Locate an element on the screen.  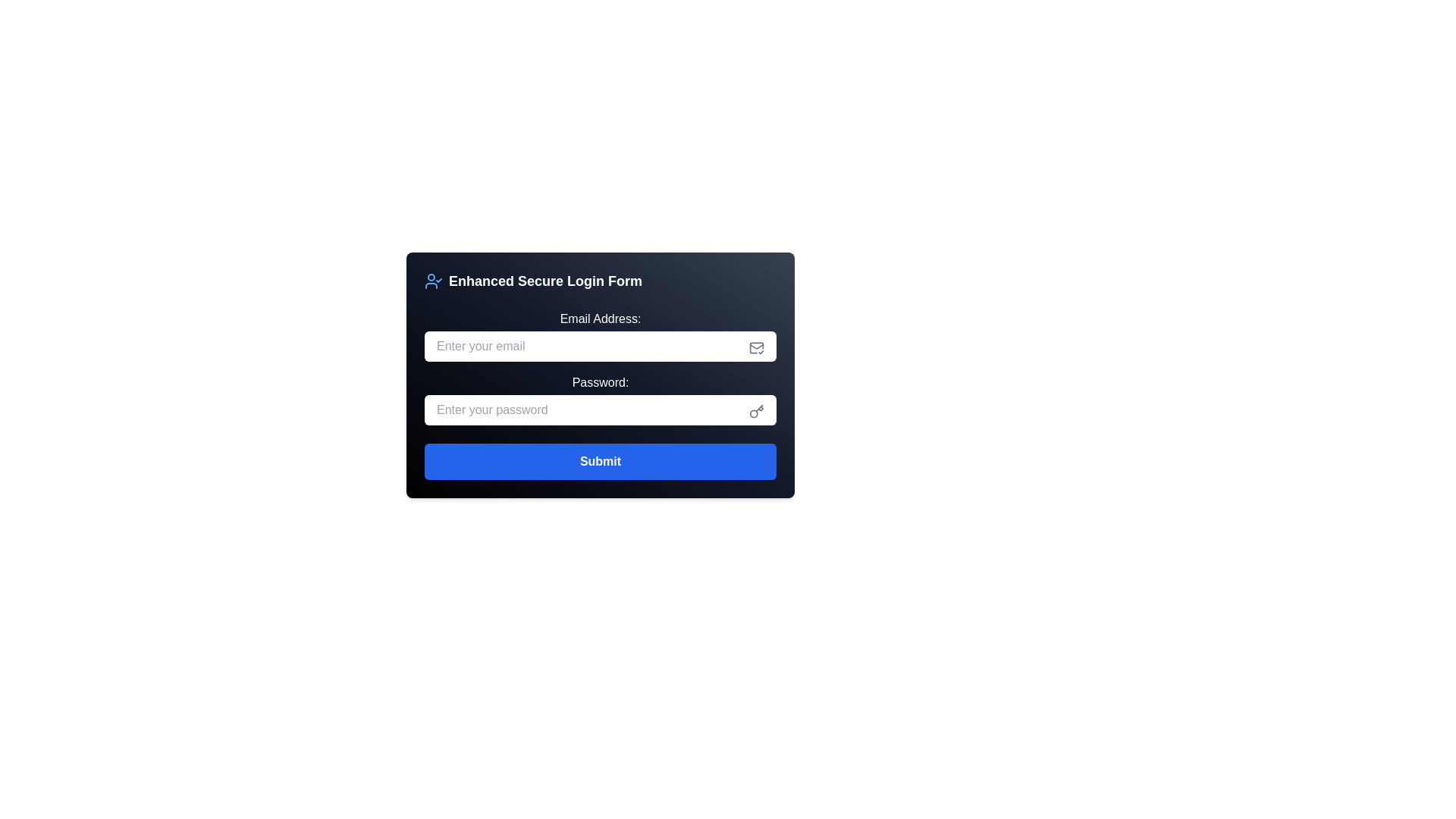
the user verification SVG icon located to the left of the 'Enhanced Secure Login Form' text is located at coordinates (432, 281).